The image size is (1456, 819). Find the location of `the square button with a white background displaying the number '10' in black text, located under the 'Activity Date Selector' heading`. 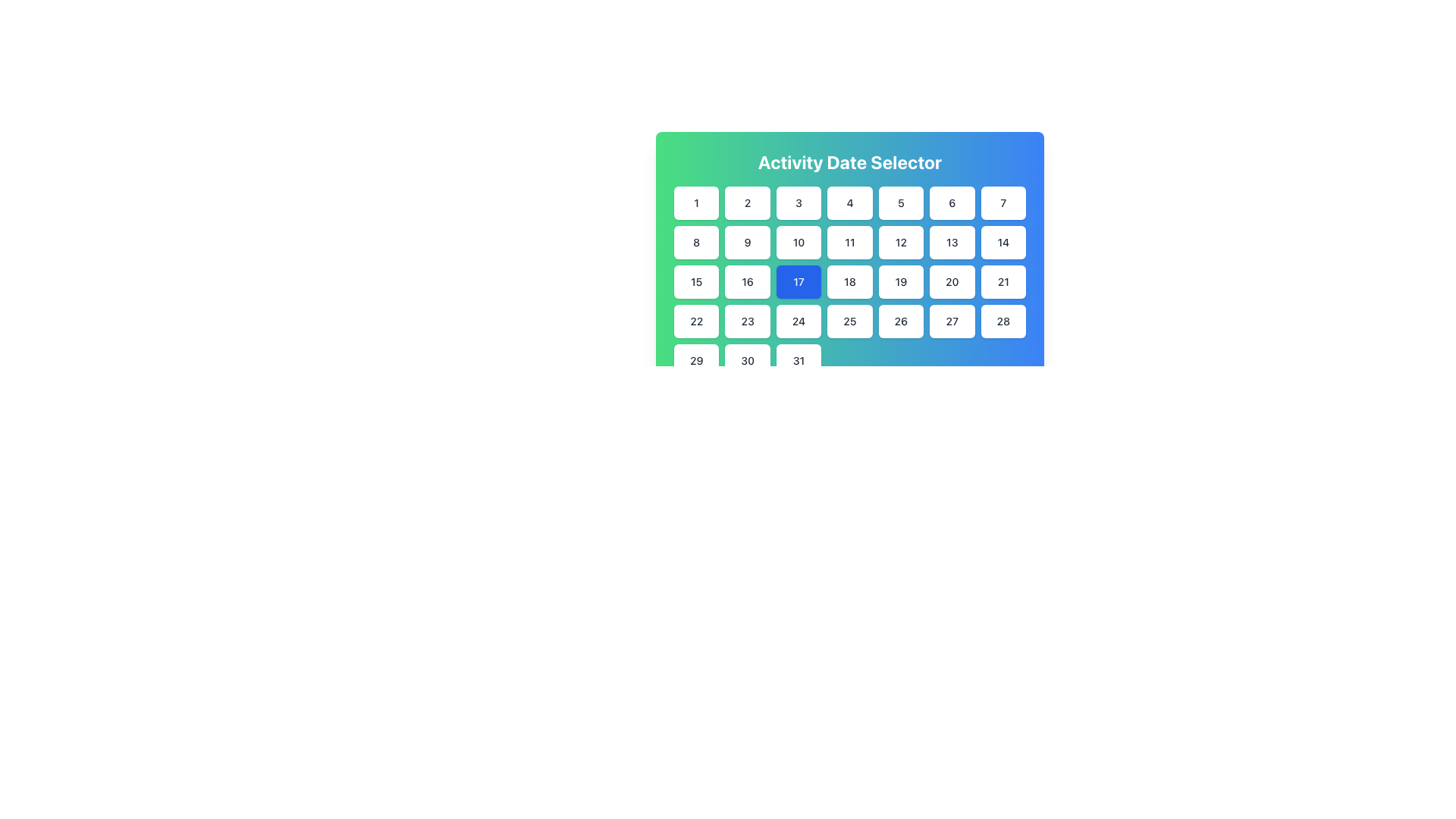

the square button with a white background displaying the number '10' in black text, located under the 'Activity Date Selector' heading is located at coordinates (798, 242).